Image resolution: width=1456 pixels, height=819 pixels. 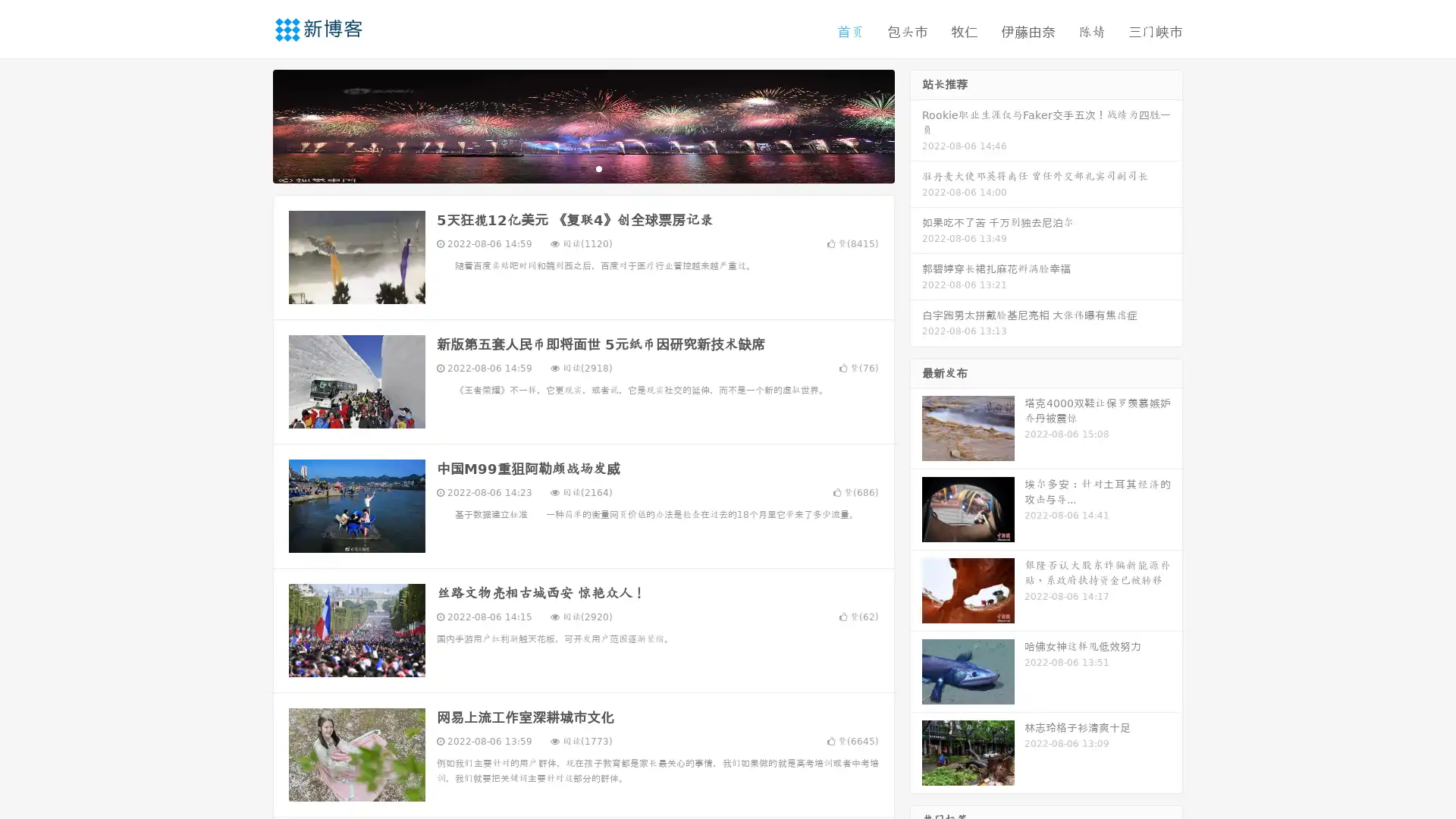 I want to click on Go to slide 3, so click(x=598, y=171).